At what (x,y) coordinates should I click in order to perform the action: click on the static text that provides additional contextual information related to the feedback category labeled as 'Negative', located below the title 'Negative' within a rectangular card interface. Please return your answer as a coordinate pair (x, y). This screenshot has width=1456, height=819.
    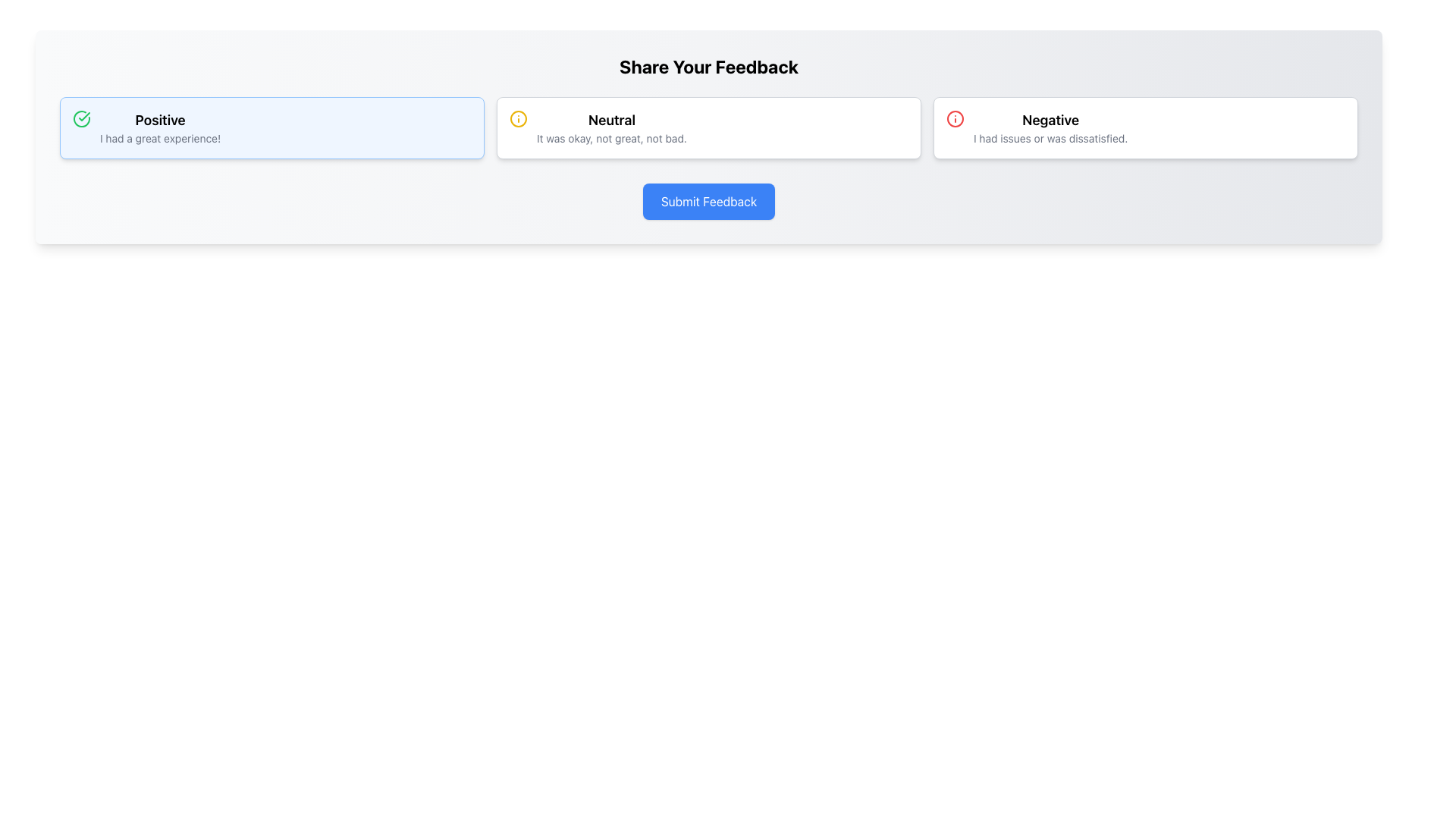
    Looking at the image, I should click on (1050, 138).